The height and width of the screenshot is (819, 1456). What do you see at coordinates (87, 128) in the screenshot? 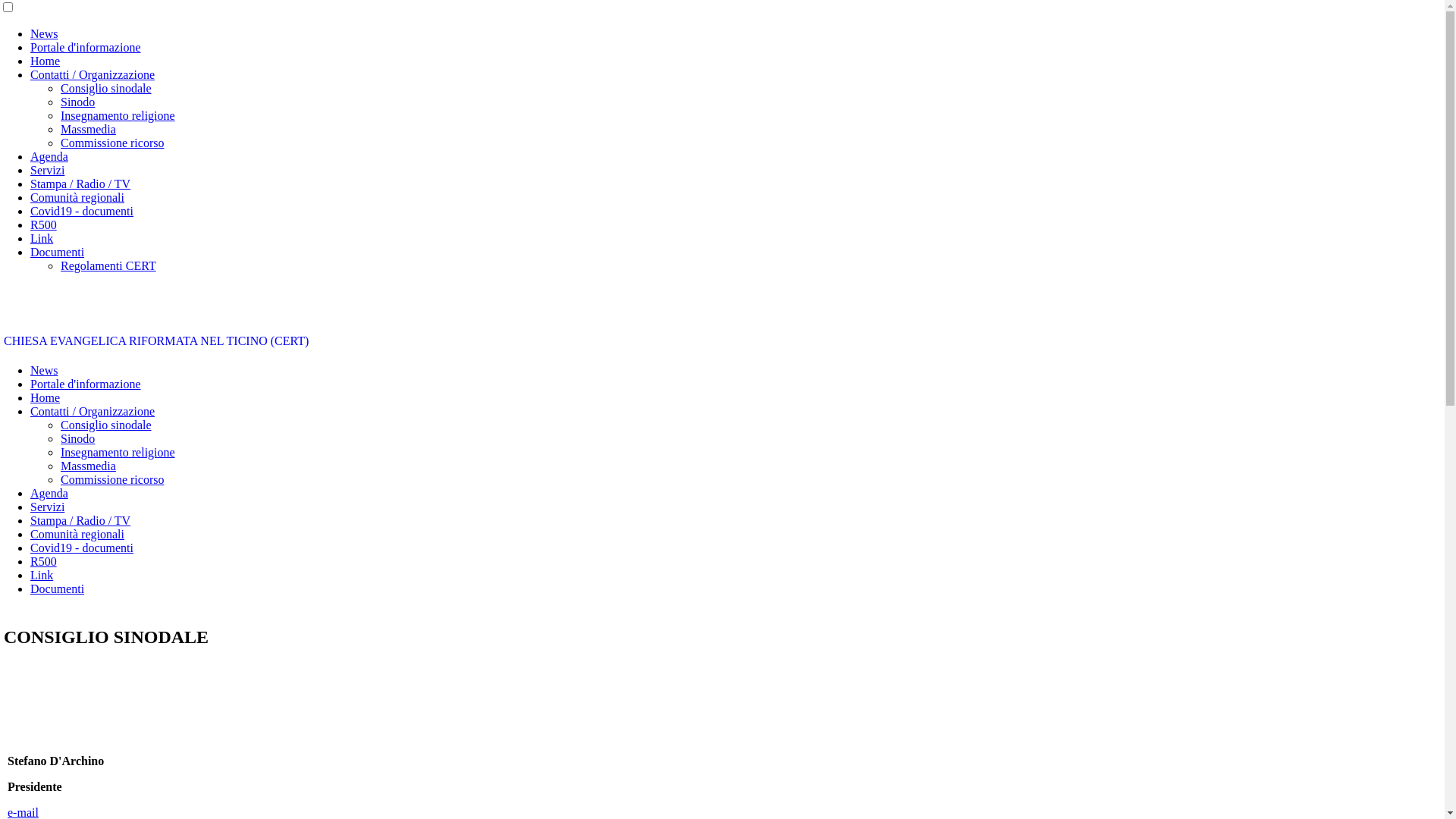
I see `'Massmedia'` at bounding box center [87, 128].